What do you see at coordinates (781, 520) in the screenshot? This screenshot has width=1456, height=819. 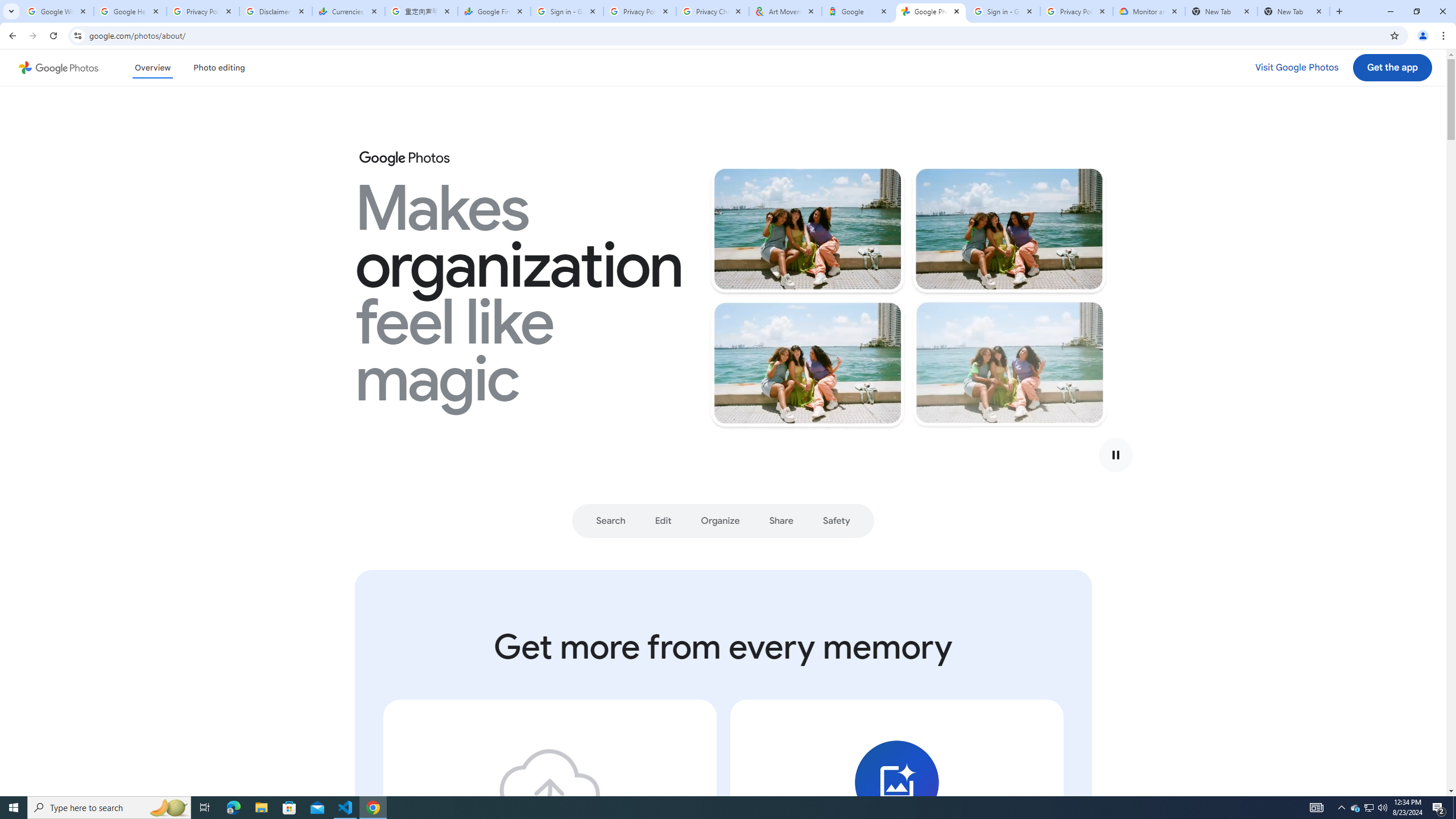 I see `'Go to section: Share'` at bounding box center [781, 520].